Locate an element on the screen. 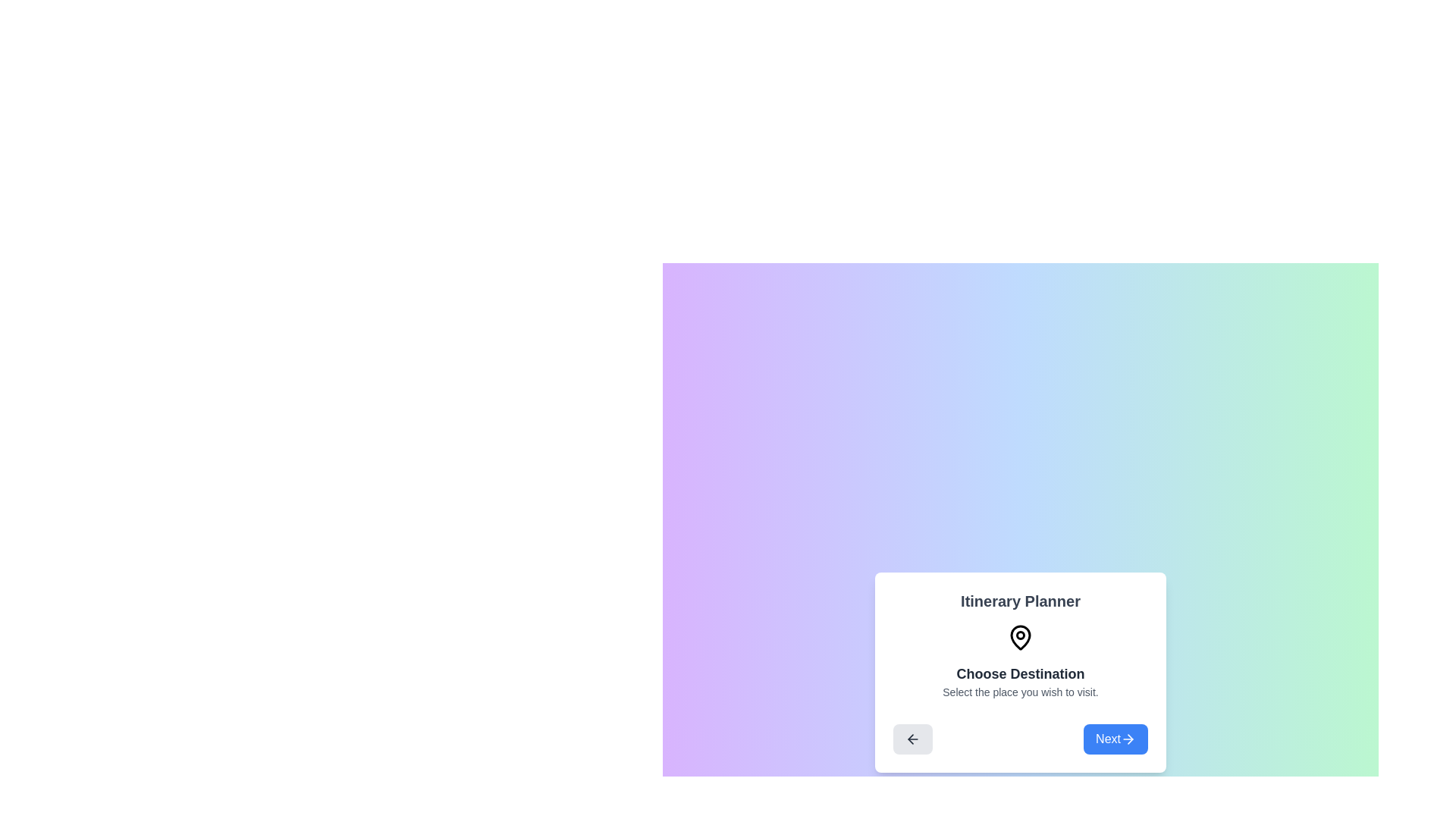 This screenshot has height=819, width=1456. the backward navigation button located in the footer area of the 'Itinerary Planner' card interface is located at coordinates (912, 739).